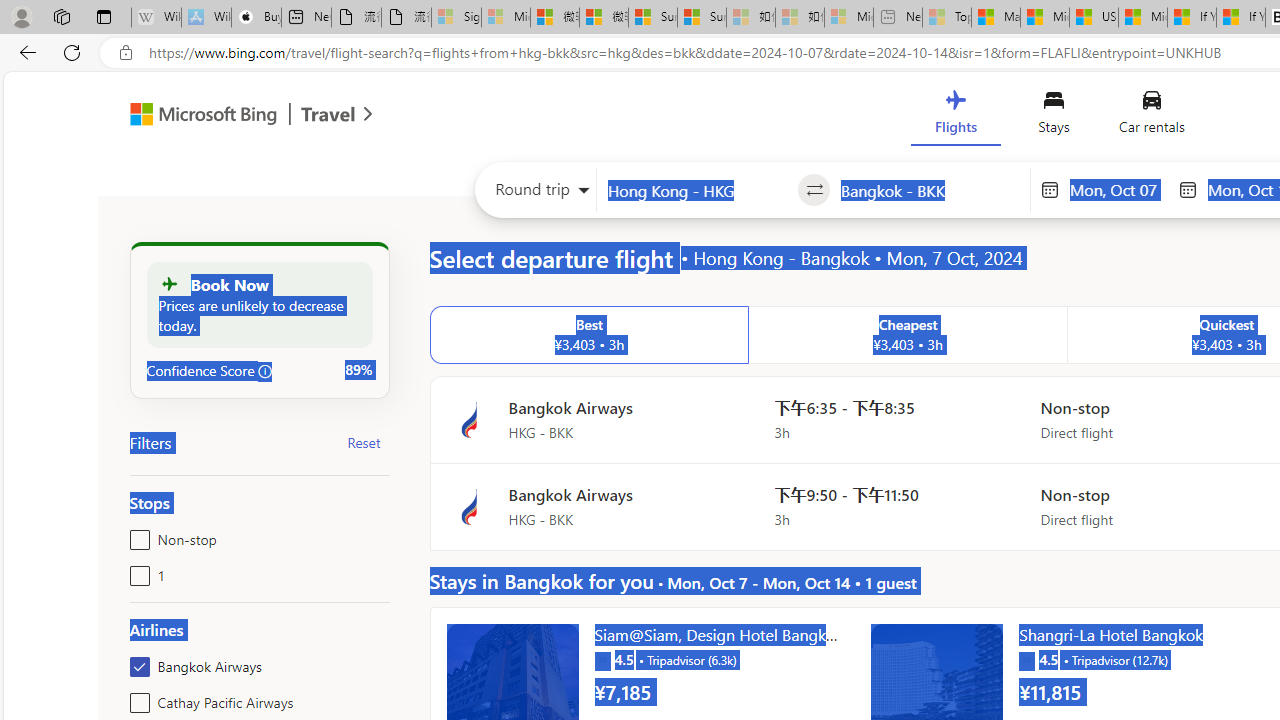 The height and width of the screenshot is (720, 1280). Describe the element at coordinates (264, 371) in the screenshot. I see `'Info tooltip'` at that location.